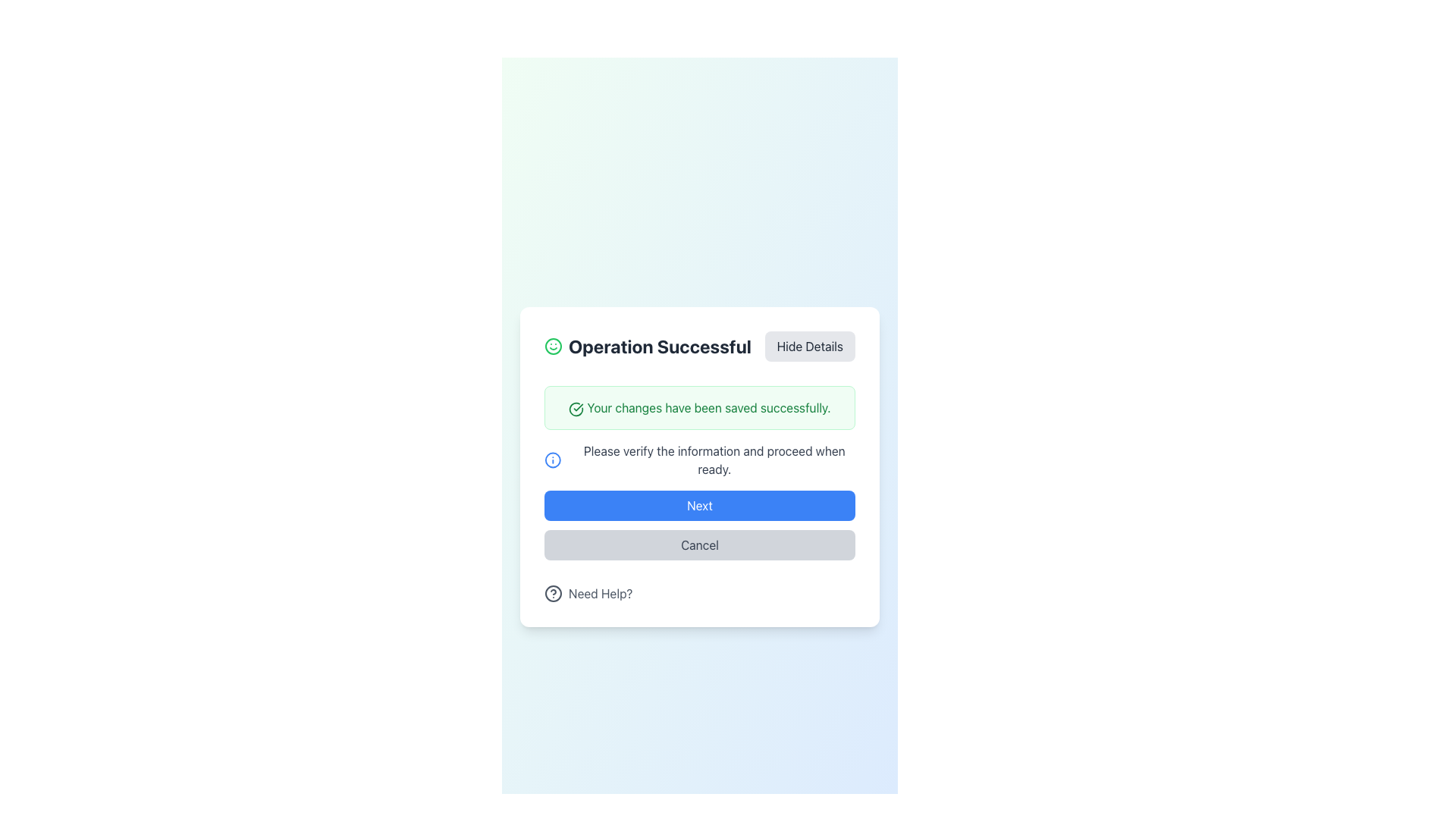 Image resolution: width=1456 pixels, height=819 pixels. What do you see at coordinates (552, 459) in the screenshot?
I see `the circular icon with a blue stroke and central dot that signifies additional information, located above the text 'Please verify the information and proceed when ready.'` at bounding box center [552, 459].